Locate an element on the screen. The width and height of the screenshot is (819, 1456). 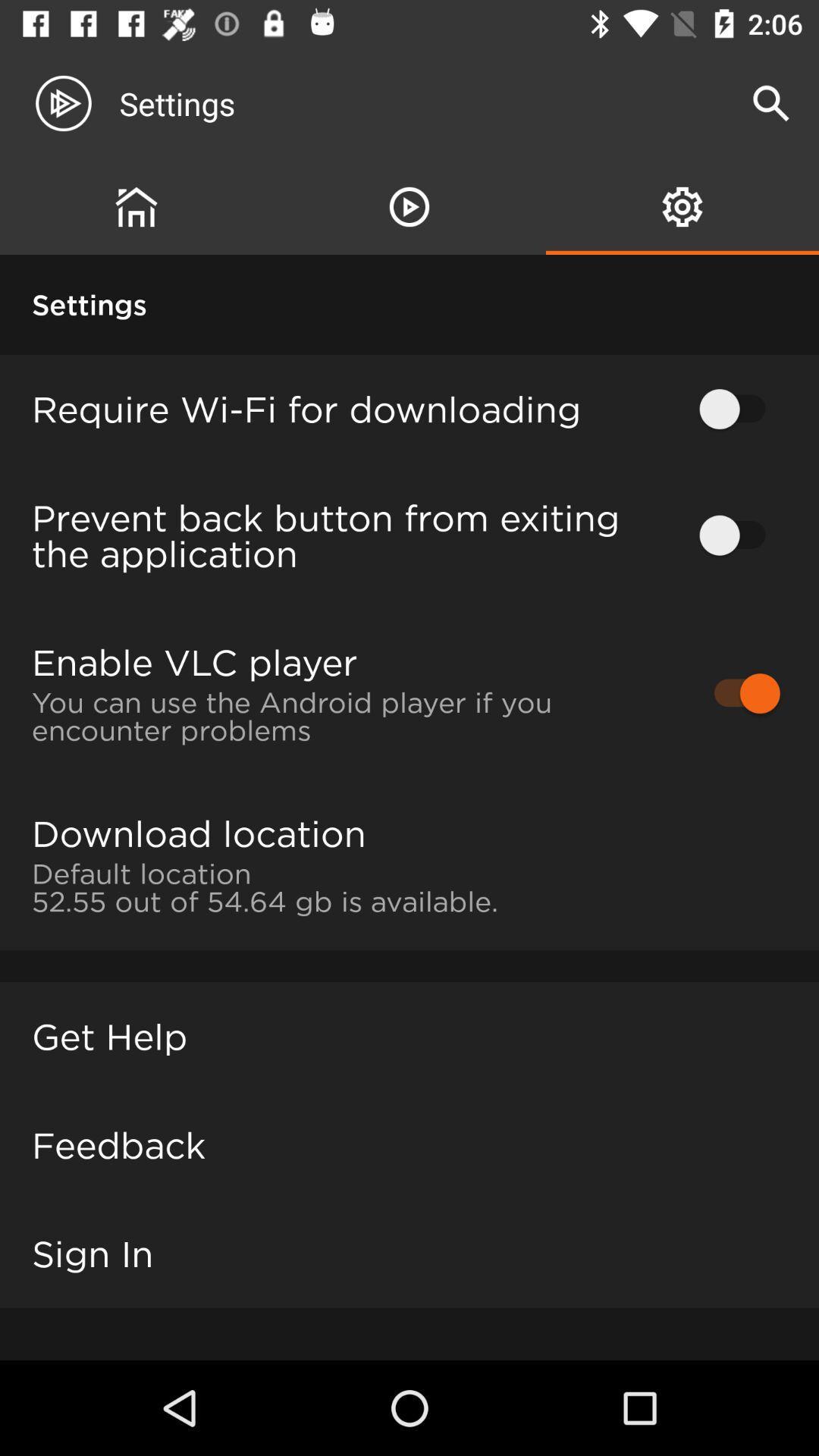
the national_flag icon is located at coordinates (681, 206).